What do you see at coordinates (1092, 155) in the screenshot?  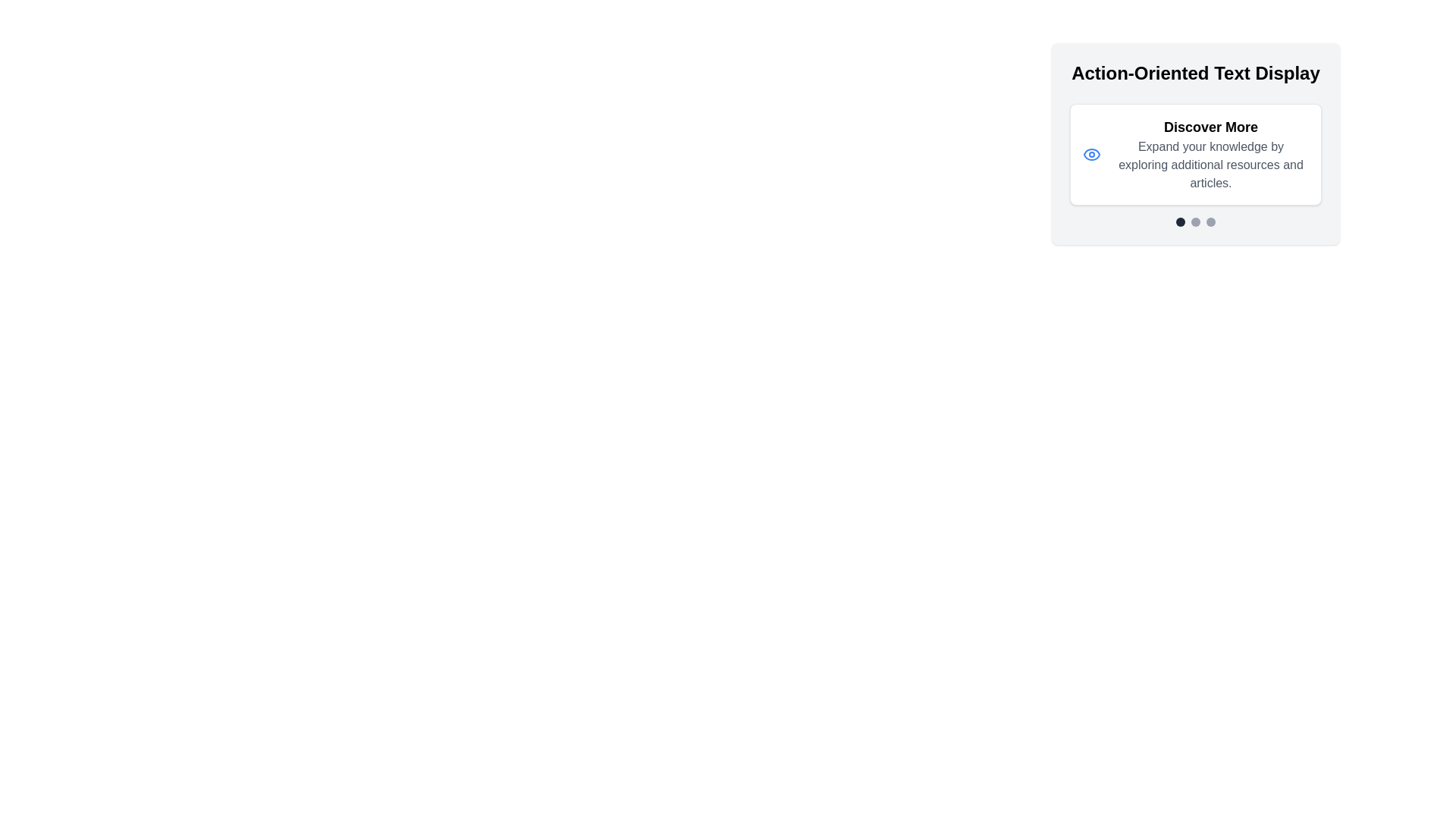 I see `the blue eye icon located within the 'Discover More' card` at bounding box center [1092, 155].